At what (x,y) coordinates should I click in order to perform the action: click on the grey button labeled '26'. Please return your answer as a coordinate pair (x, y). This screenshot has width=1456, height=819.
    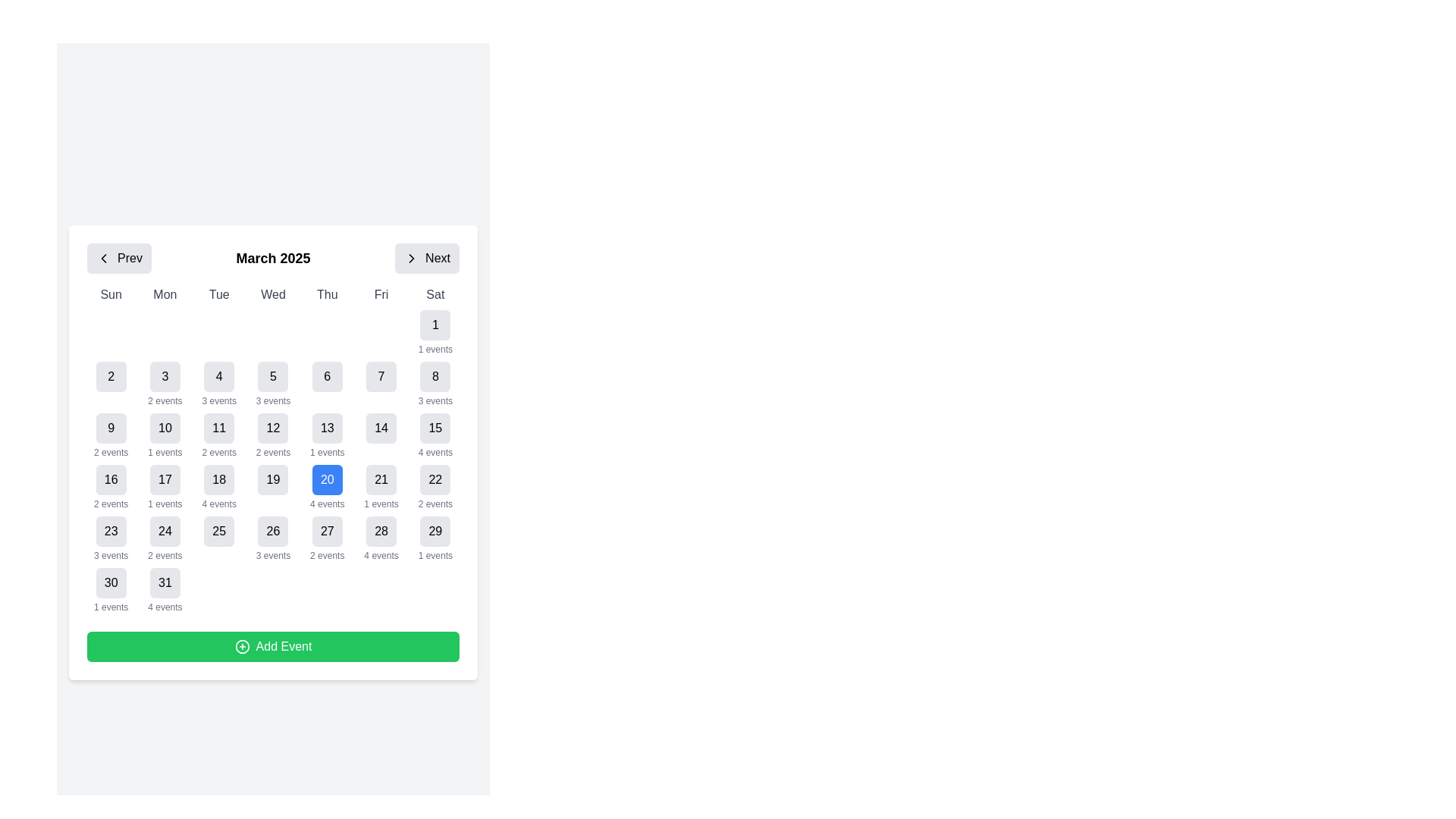
    Looking at the image, I should click on (273, 531).